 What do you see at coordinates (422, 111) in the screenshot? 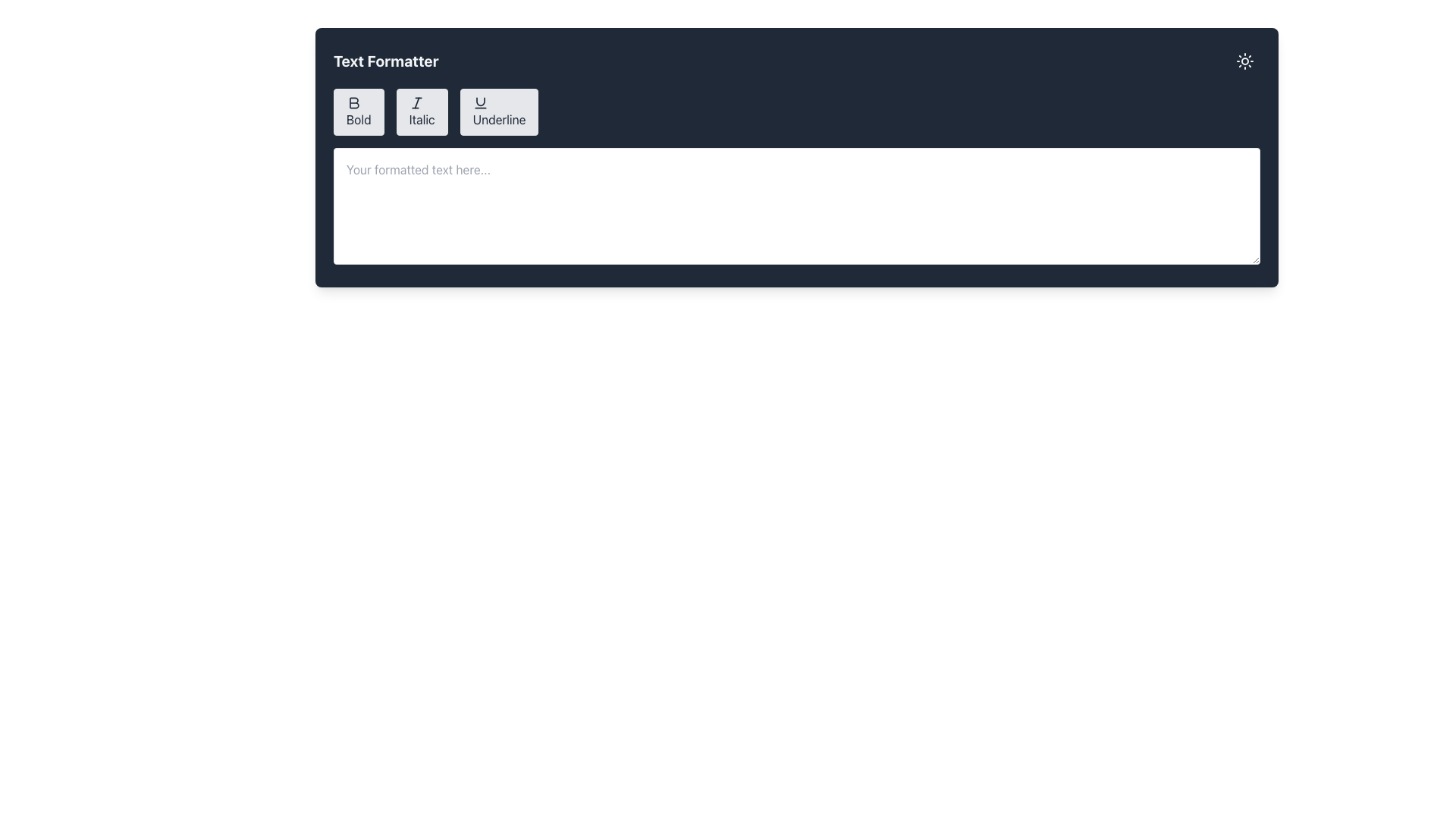
I see `the 'Italic' button in the text formatting interface to apply italic formatting to the selected text` at bounding box center [422, 111].